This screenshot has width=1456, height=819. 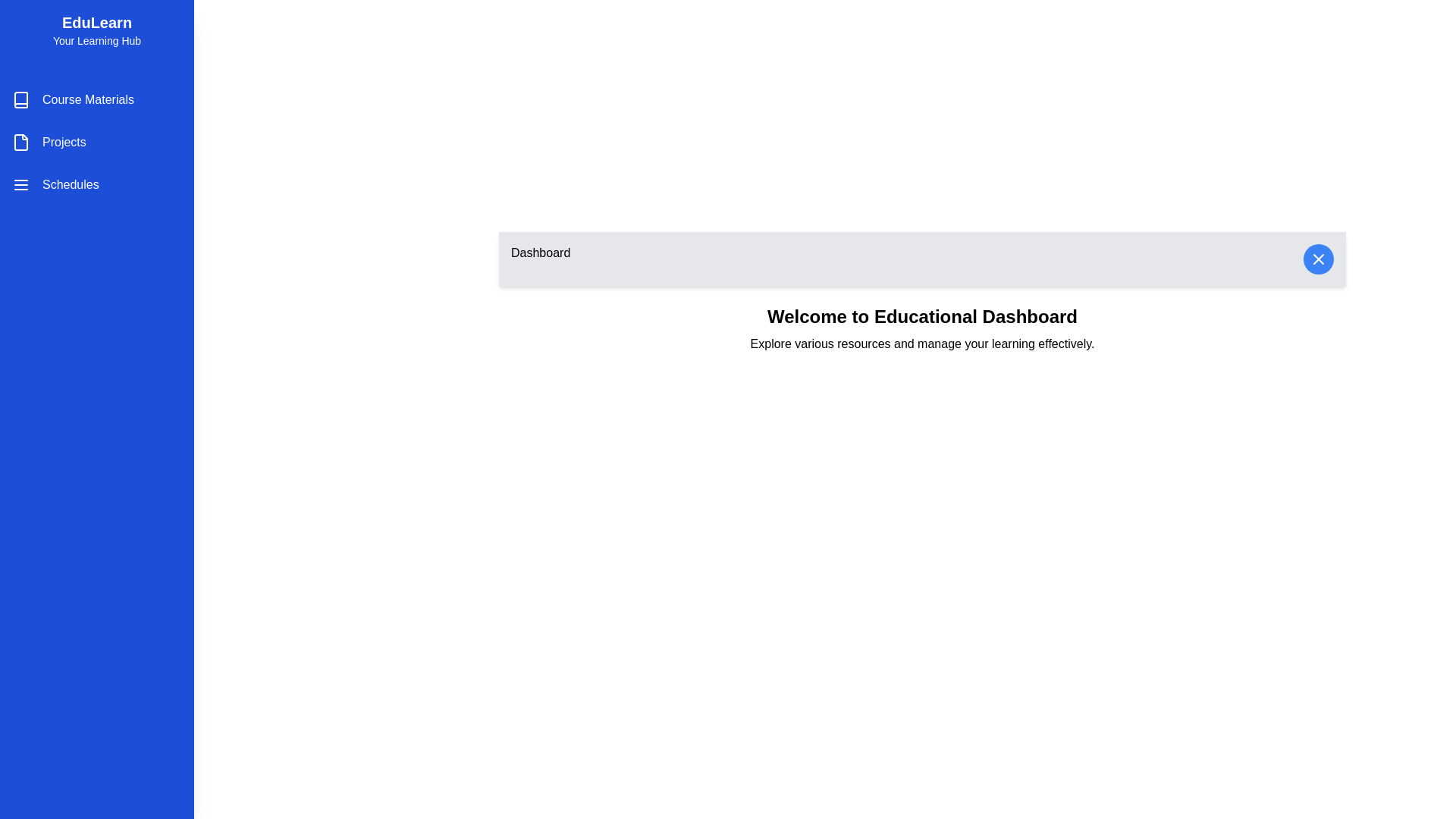 What do you see at coordinates (21, 99) in the screenshot?
I see `the 'Course Materials' icon in the vertical navigation menu under the 'EduLearn' header` at bounding box center [21, 99].